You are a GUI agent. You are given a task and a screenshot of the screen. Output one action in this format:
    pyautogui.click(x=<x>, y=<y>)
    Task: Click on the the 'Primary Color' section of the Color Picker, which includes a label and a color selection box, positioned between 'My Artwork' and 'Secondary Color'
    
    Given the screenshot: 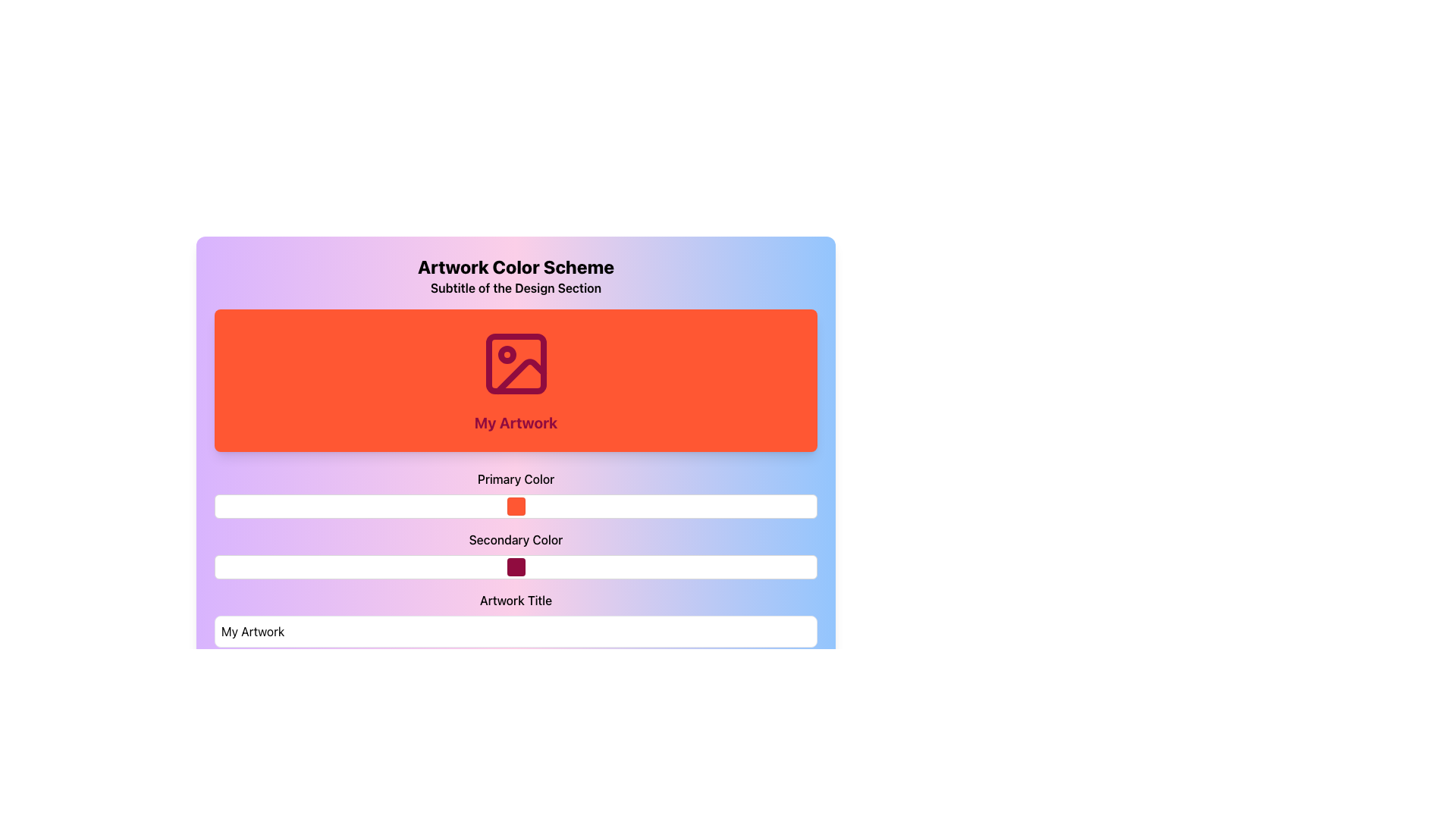 What is the action you would take?
    pyautogui.click(x=516, y=494)
    